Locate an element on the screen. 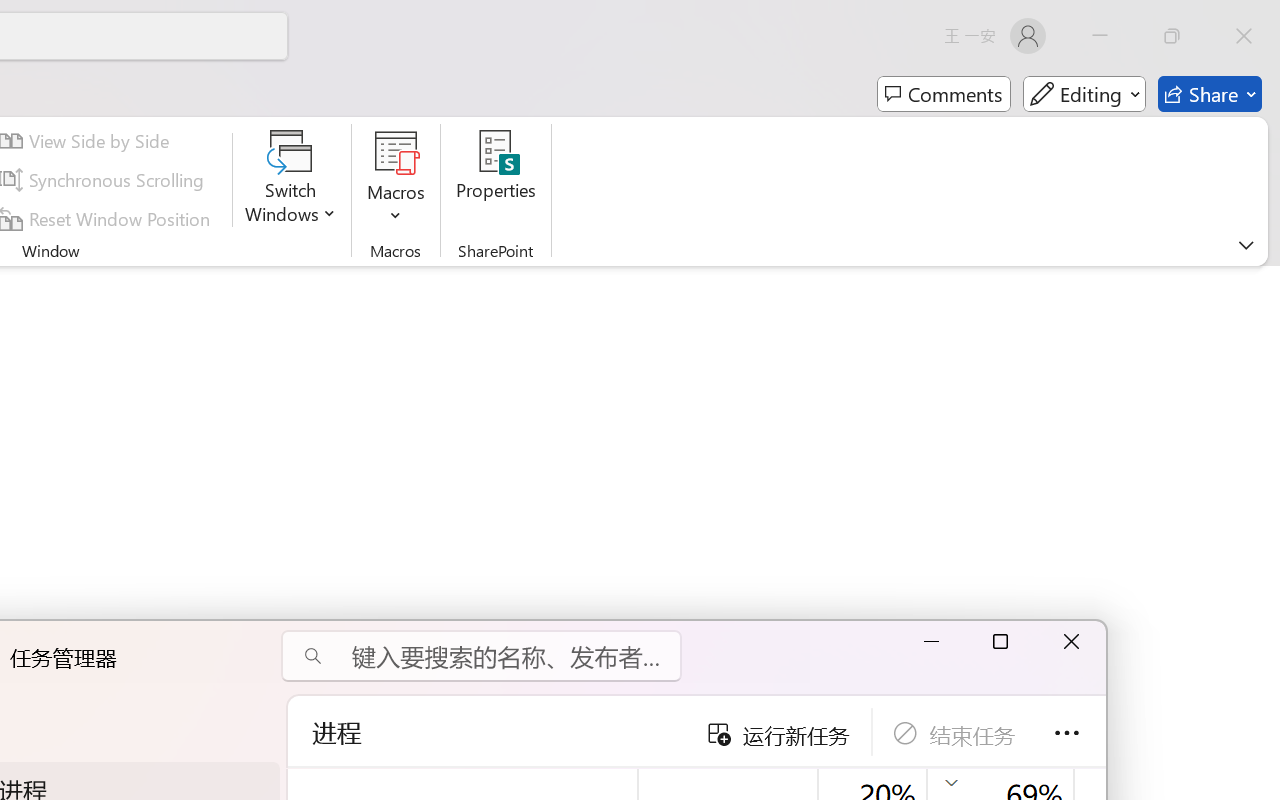  'Mode' is located at coordinates (1083, 94).